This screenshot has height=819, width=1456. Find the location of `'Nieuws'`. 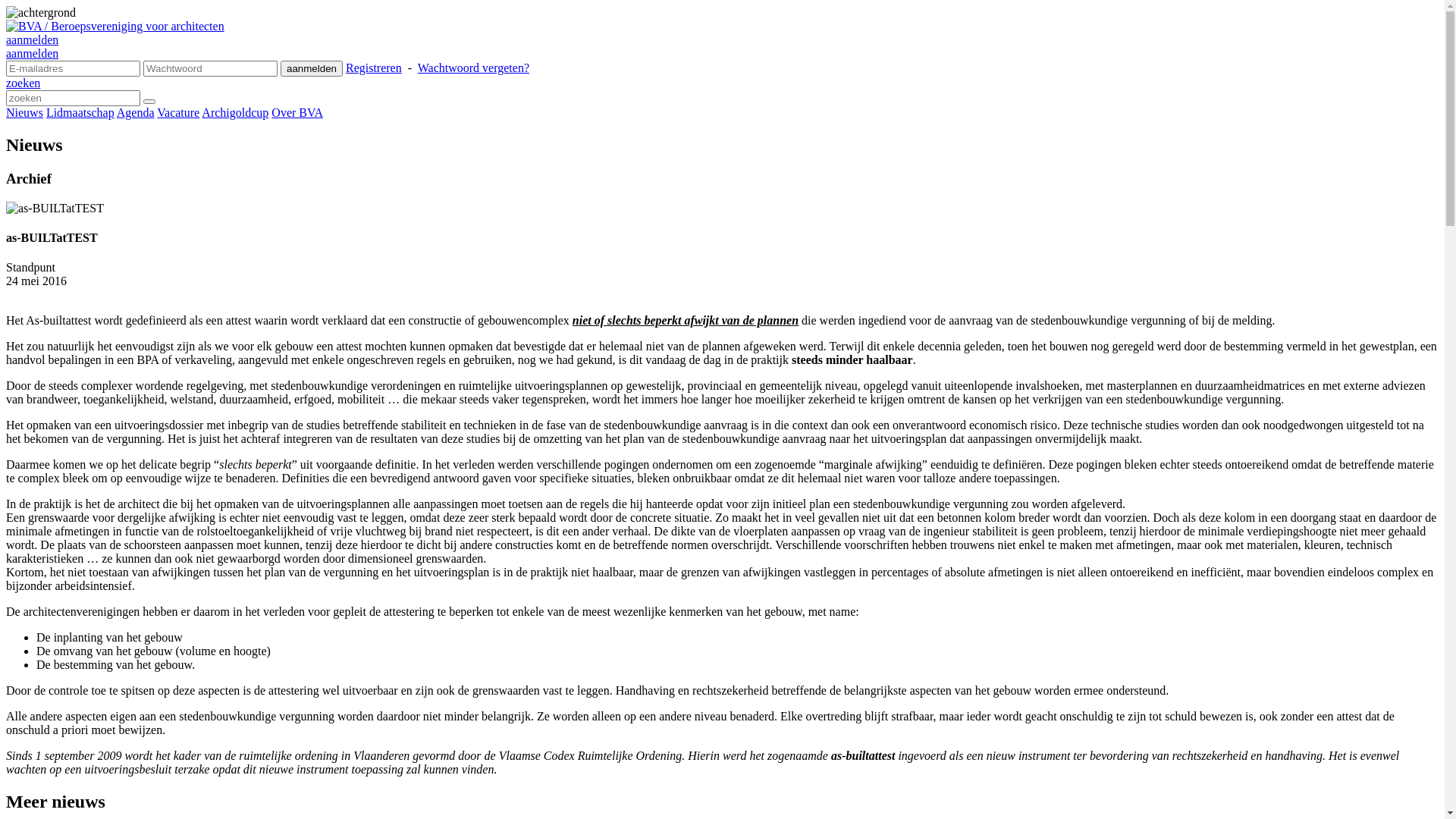

'Nieuws' is located at coordinates (24, 111).